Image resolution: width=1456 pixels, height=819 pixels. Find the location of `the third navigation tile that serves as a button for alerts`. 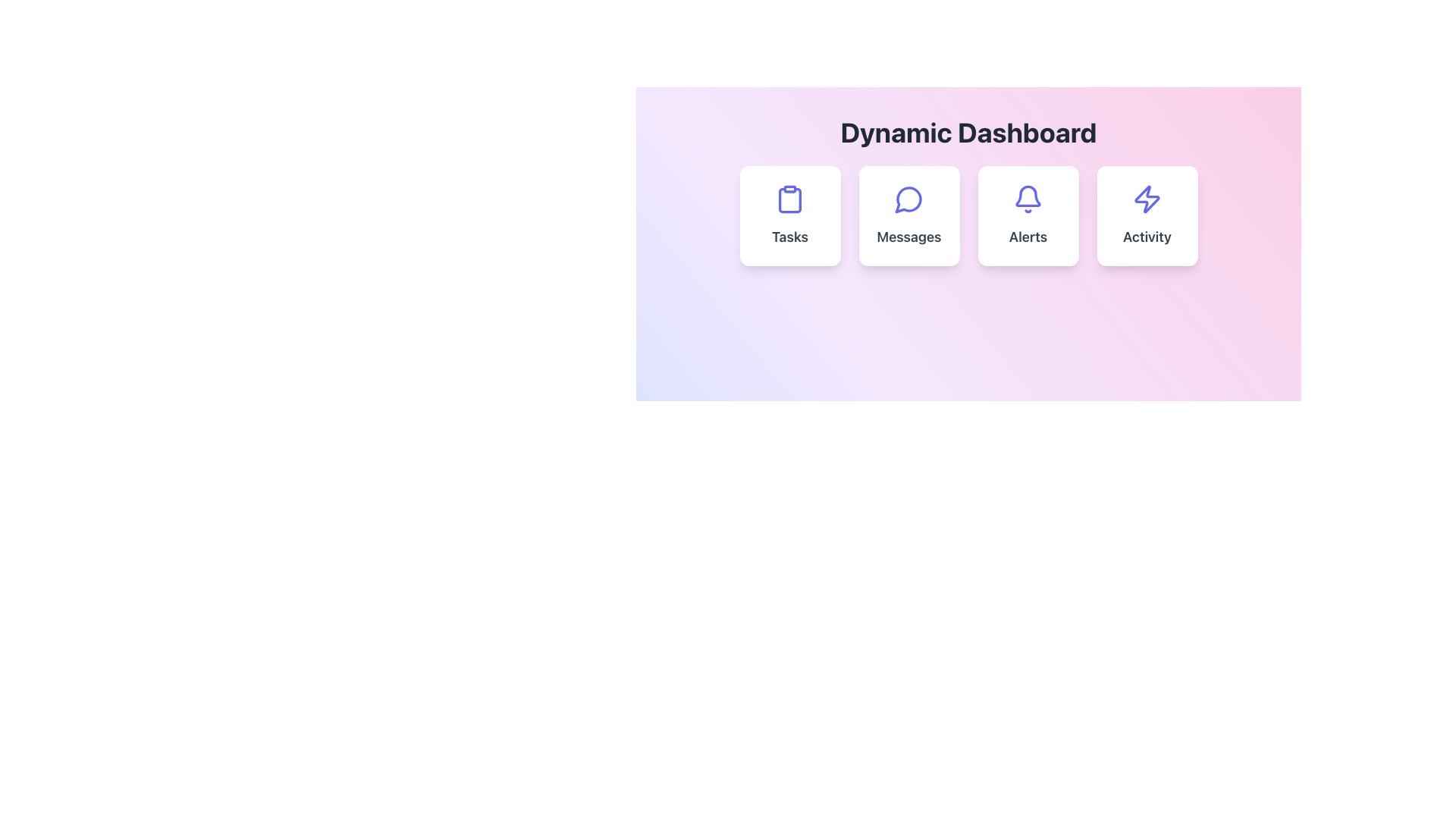

the third navigation tile that serves as a button for alerts is located at coordinates (1028, 216).